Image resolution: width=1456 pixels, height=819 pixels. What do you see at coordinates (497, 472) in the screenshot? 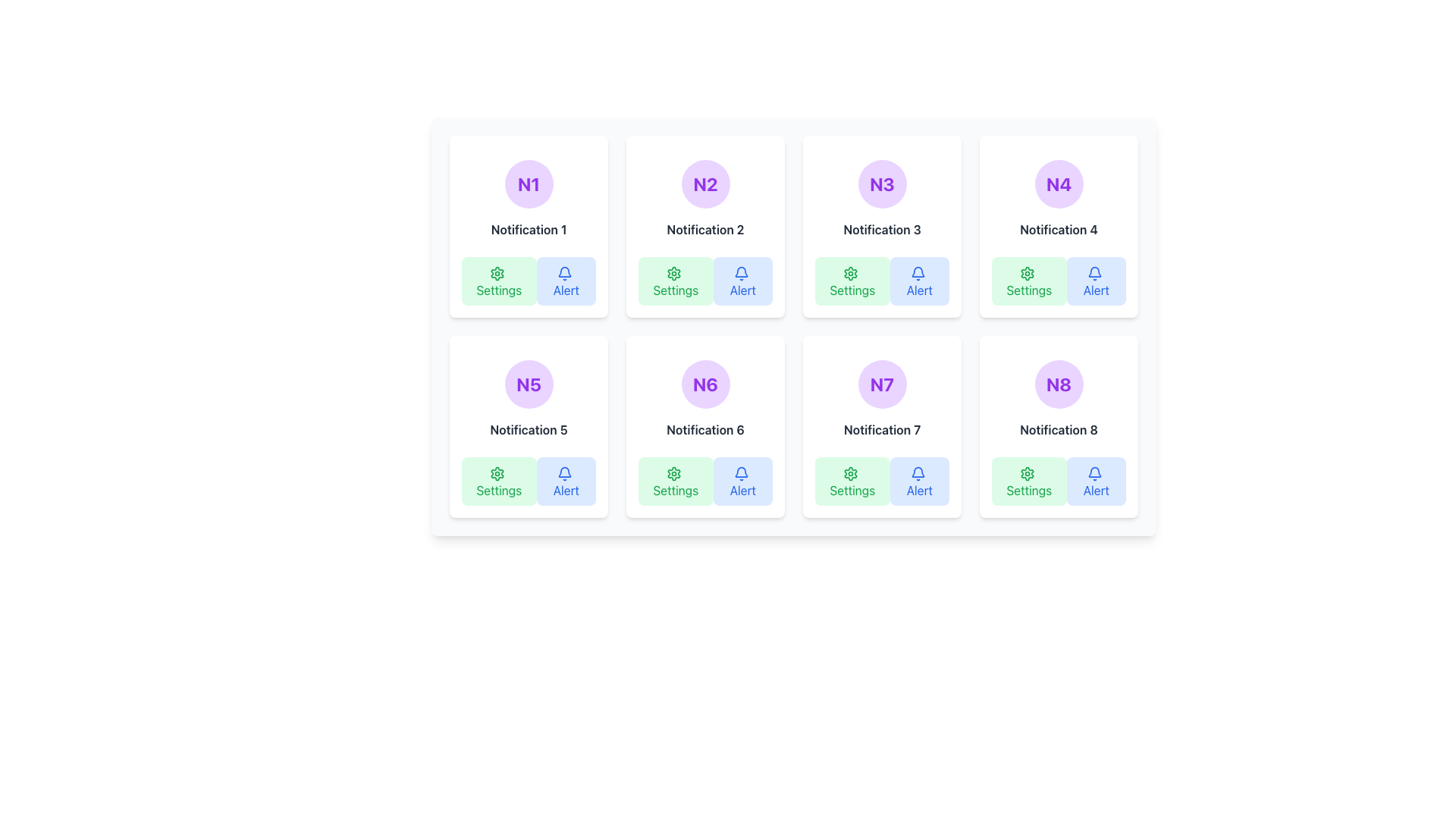
I see `the gear-shaped settings icon in the notification card labeled 'Notification 5', which is rendered in green and located above the 'Settings' label` at bounding box center [497, 472].